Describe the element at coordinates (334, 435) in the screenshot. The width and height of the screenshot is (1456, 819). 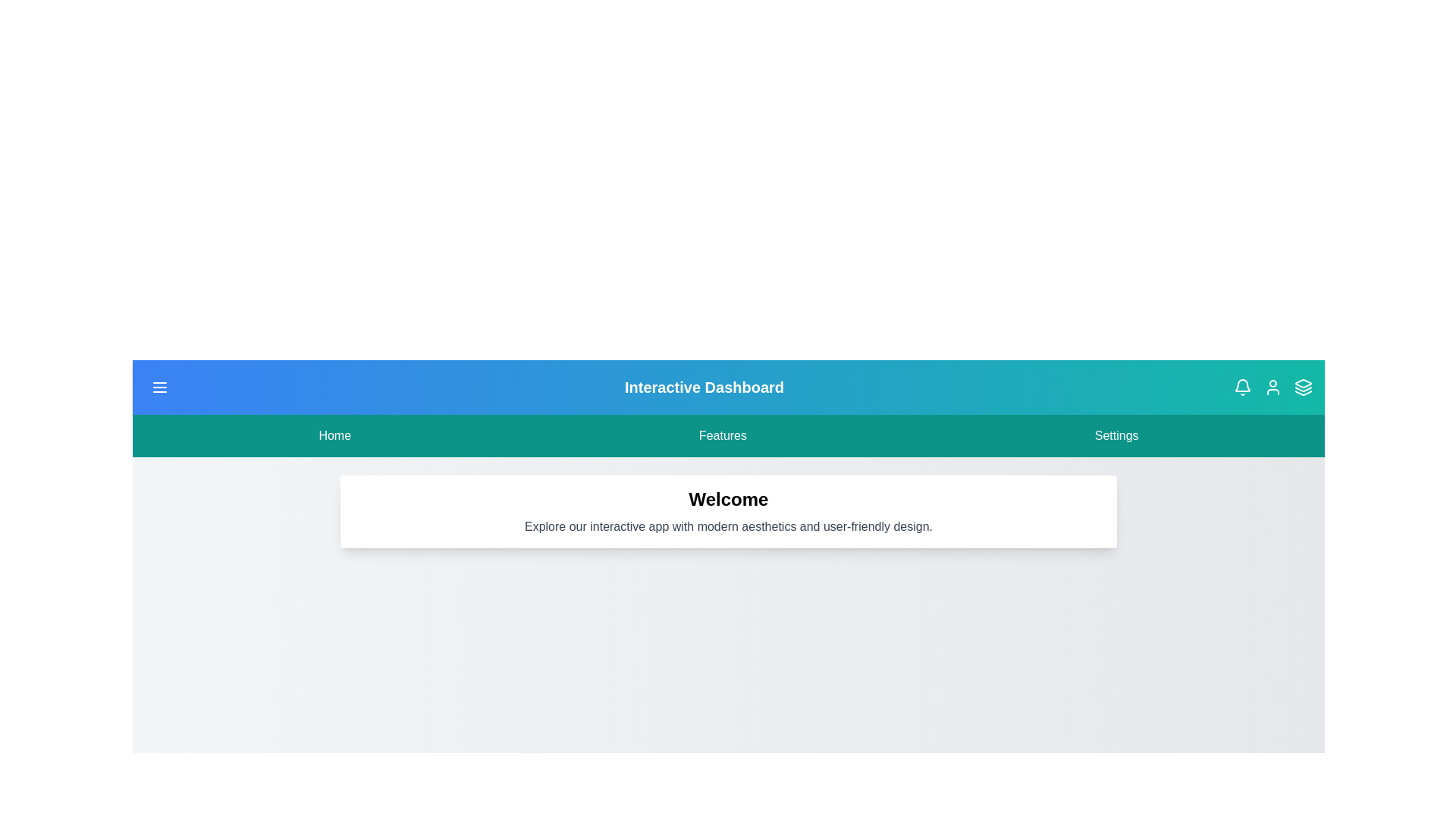
I see `the Home link in the navigation bar to navigate to the corresponding section` at that location.